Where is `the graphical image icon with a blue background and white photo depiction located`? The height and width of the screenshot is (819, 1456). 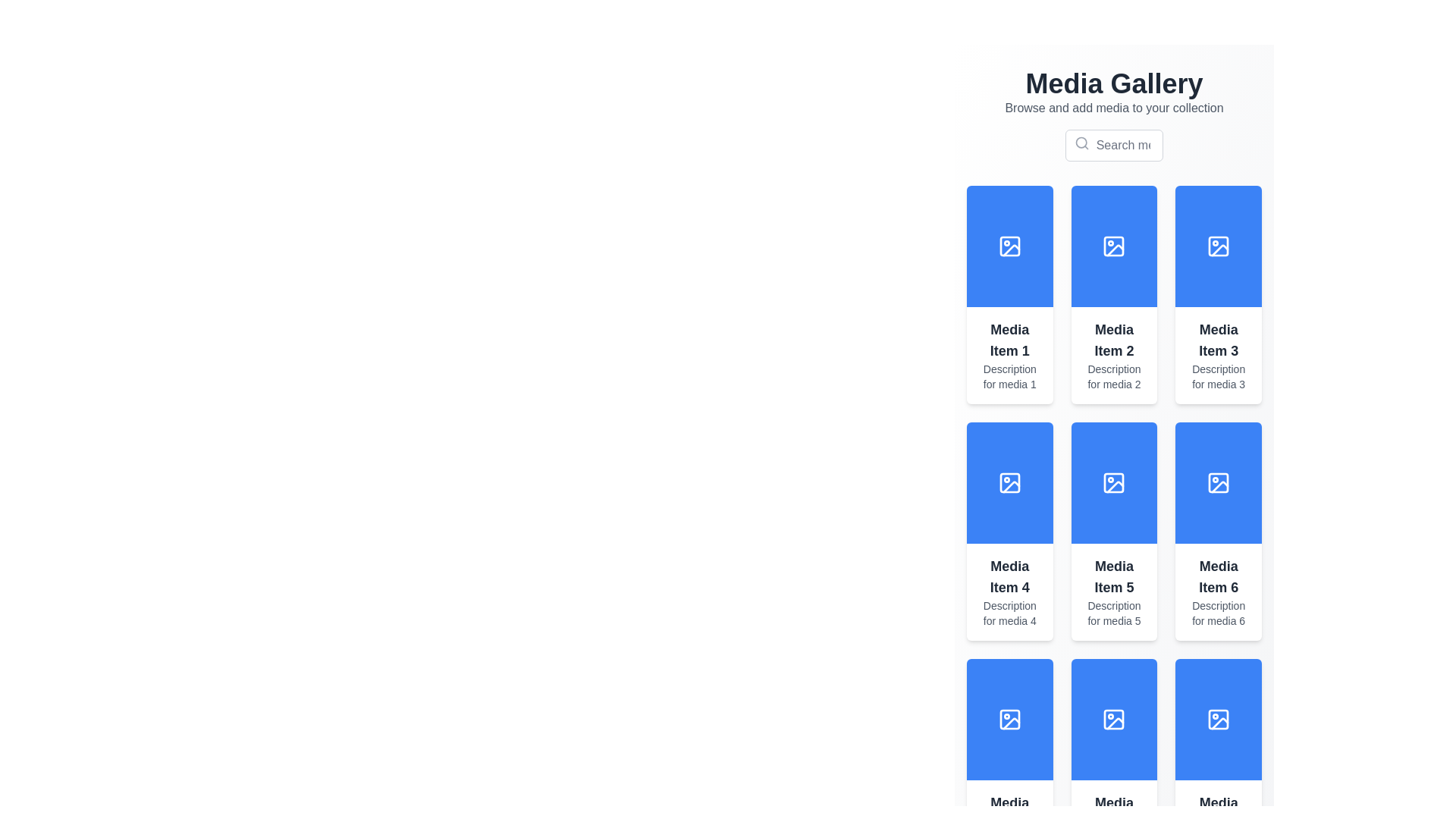
the graphical image icon with a blue background and white photo depiction located is located at coordinates (1114, 718).